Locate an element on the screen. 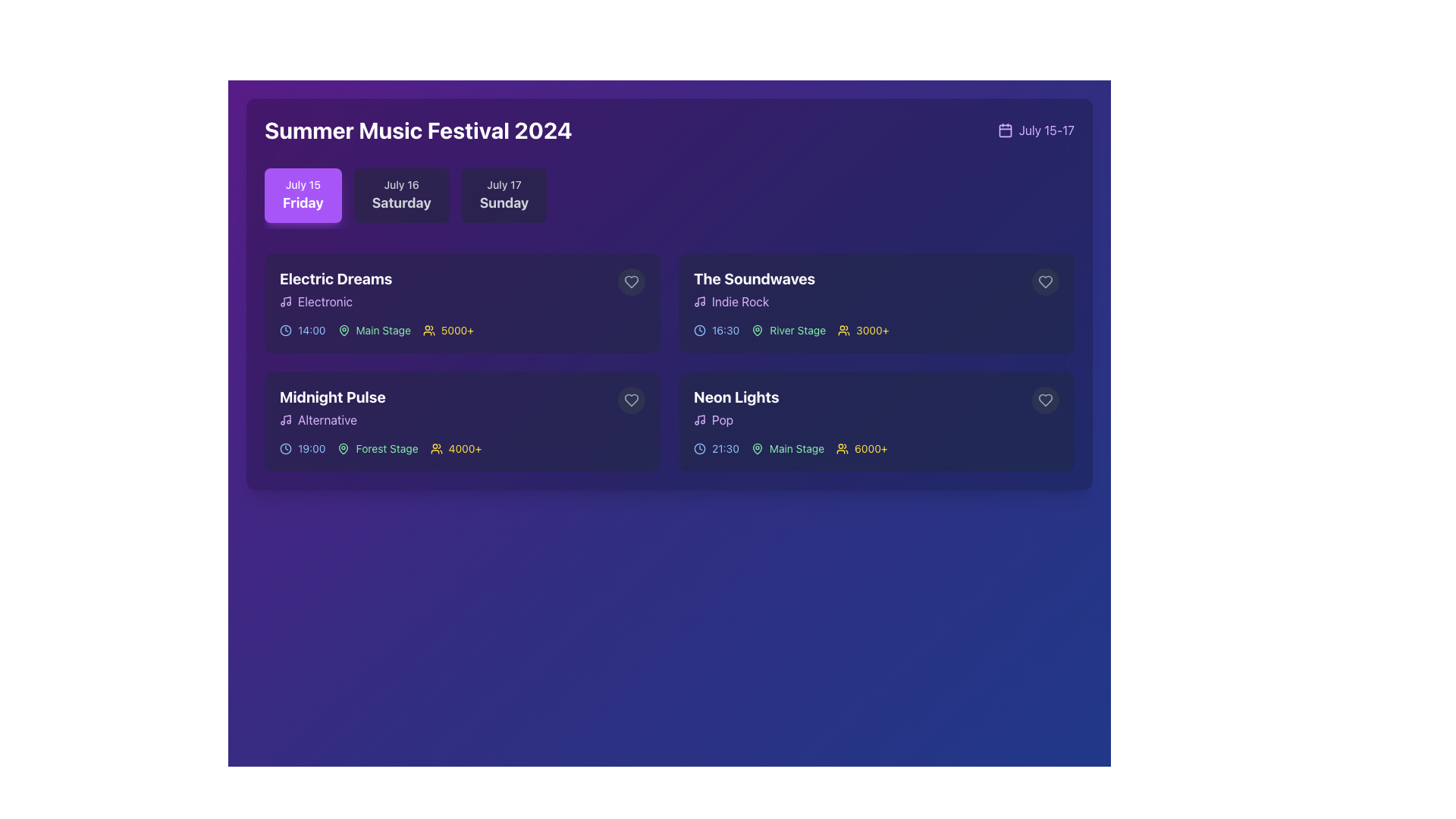 The image size is (1456, 819). the yellow-colored text element reading '4000+' with the icon of a group of people, part of the 'Midnight Pulse' performance details is located at coordinates (455, 447).